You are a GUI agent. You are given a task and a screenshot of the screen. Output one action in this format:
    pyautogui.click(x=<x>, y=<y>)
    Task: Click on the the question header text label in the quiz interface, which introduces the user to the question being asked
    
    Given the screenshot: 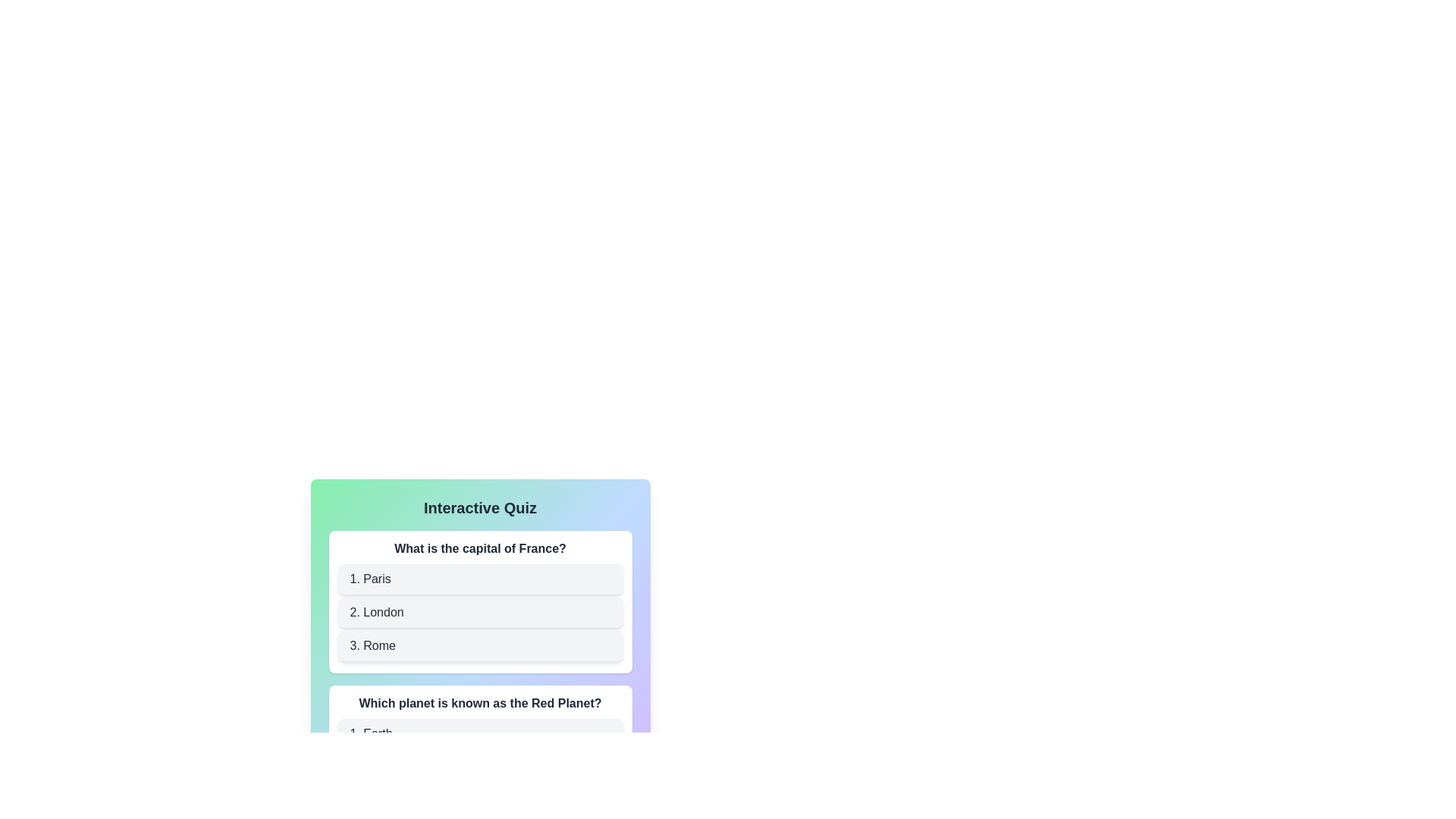 What is the action you would take?
    pyautogui.click(x=479, y=704)
    